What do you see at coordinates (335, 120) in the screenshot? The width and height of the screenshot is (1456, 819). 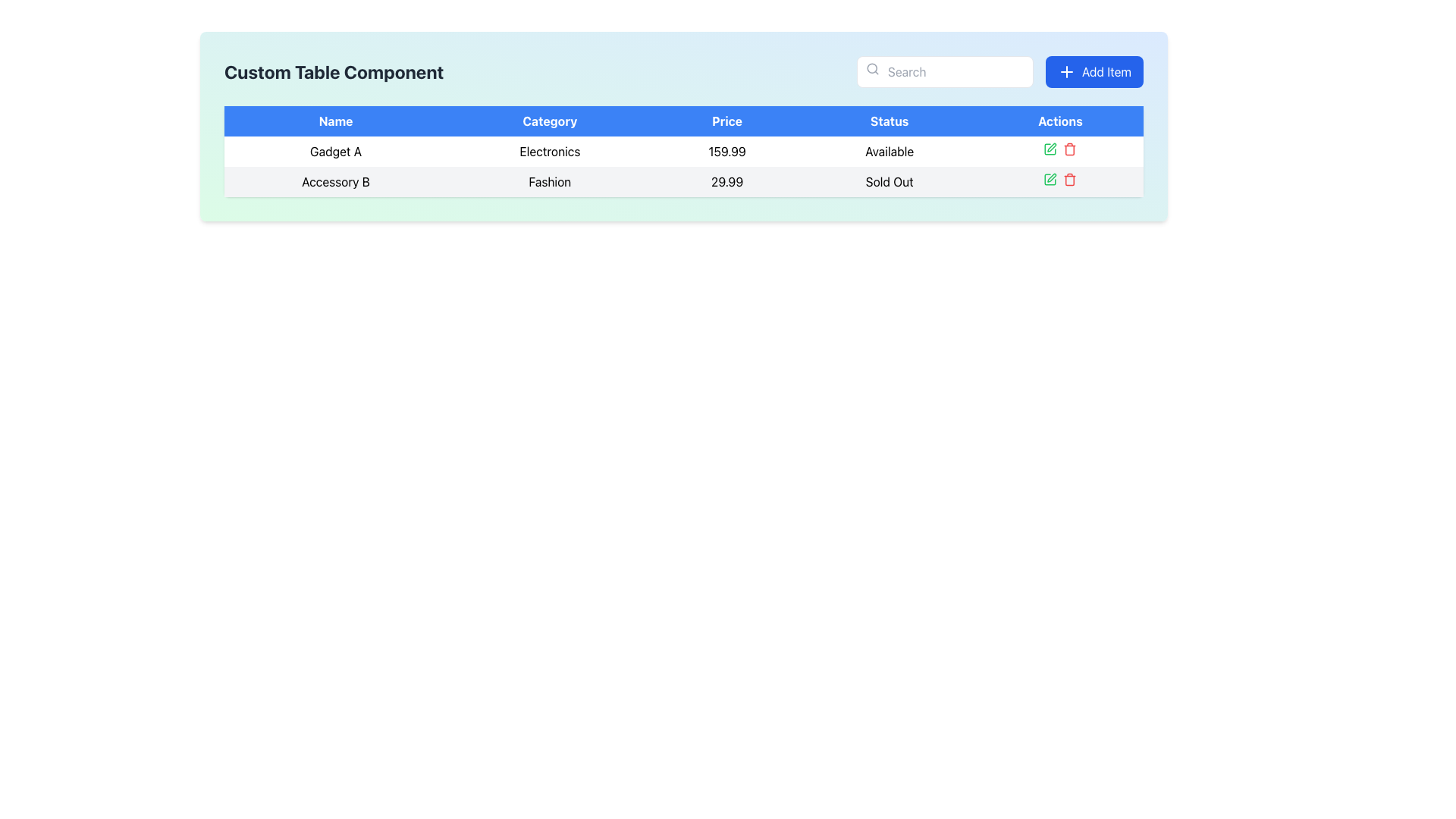 I see `text content of the Table Header labeled 'Name', which is displayed in white on a blue background and is the first column header in the table layout` at bounding box center [335, 120].